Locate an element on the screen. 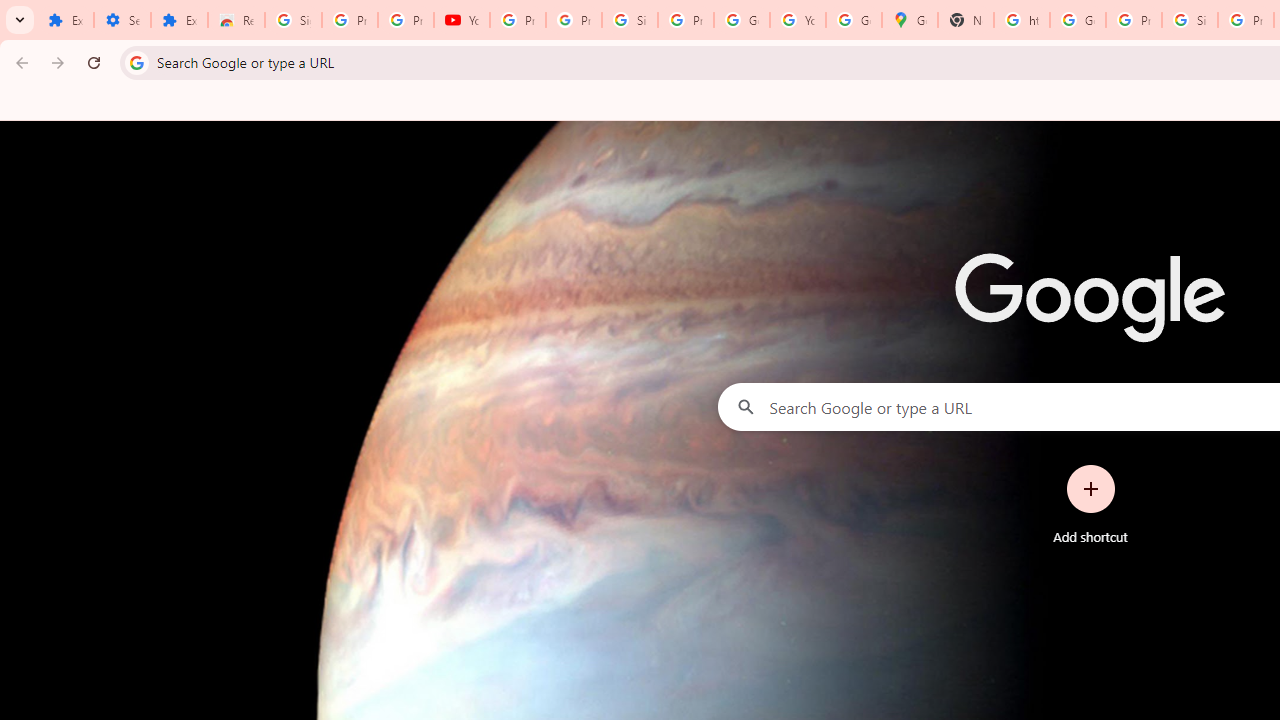 Image resolution: width=1280 pixels, height=720 pixels. 'Extensions' is located at coordinates (179, 20).